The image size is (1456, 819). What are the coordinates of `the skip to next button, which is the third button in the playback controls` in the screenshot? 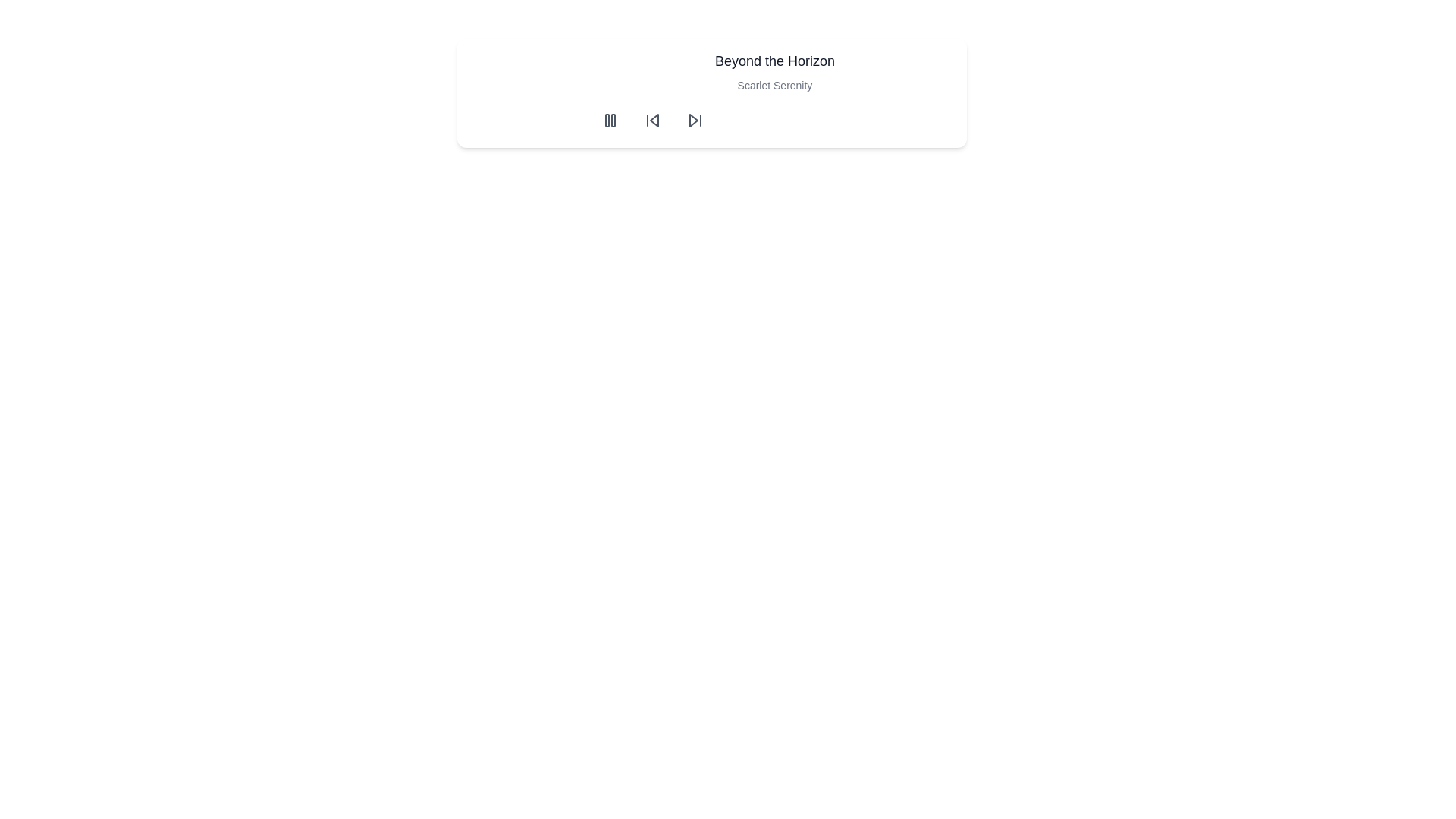 It's located at (694, 119).